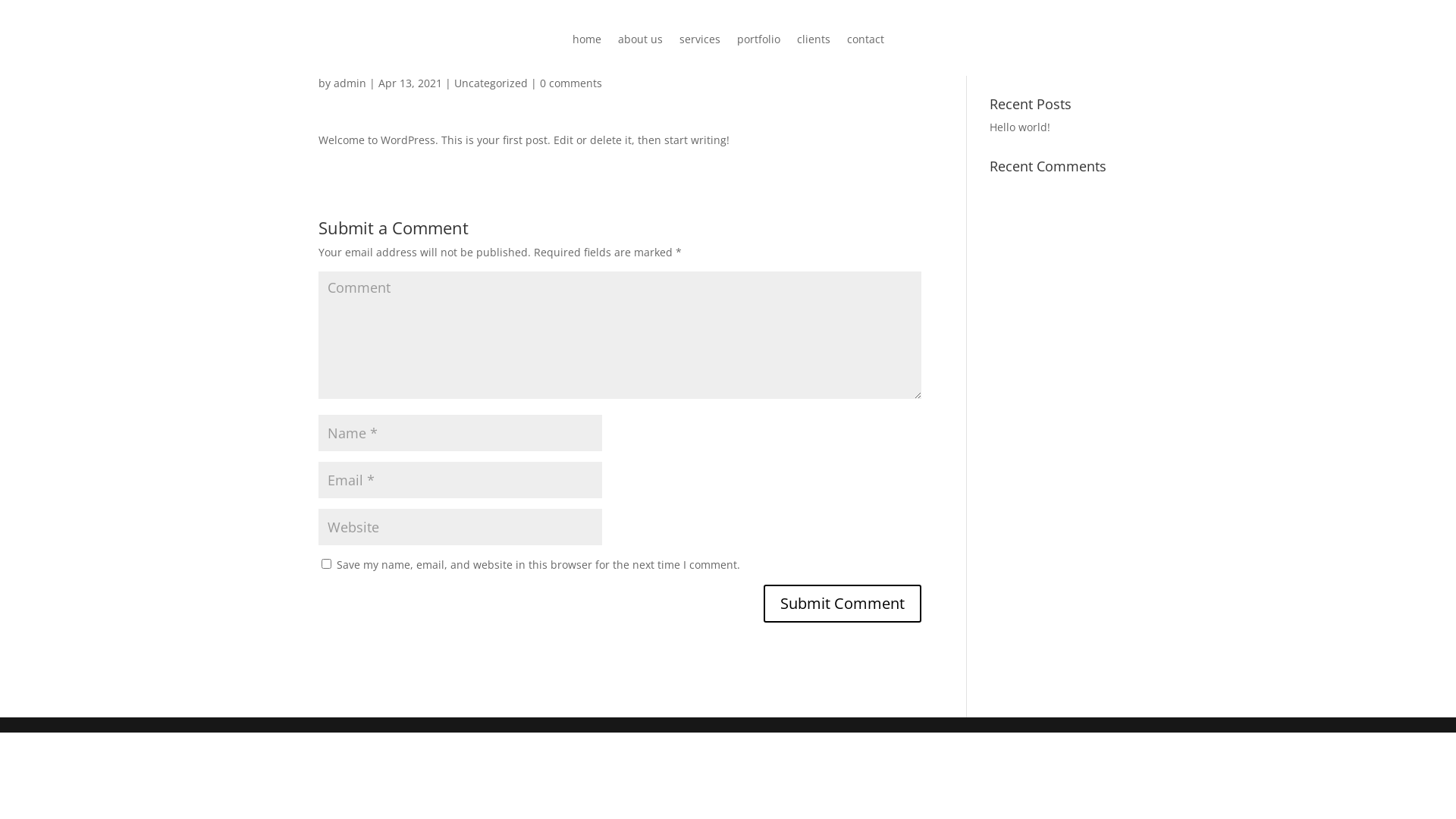  What do you see at coordinates (679, 42) in the screenshot?
I see `'services'` at bounding box center [679, 42].